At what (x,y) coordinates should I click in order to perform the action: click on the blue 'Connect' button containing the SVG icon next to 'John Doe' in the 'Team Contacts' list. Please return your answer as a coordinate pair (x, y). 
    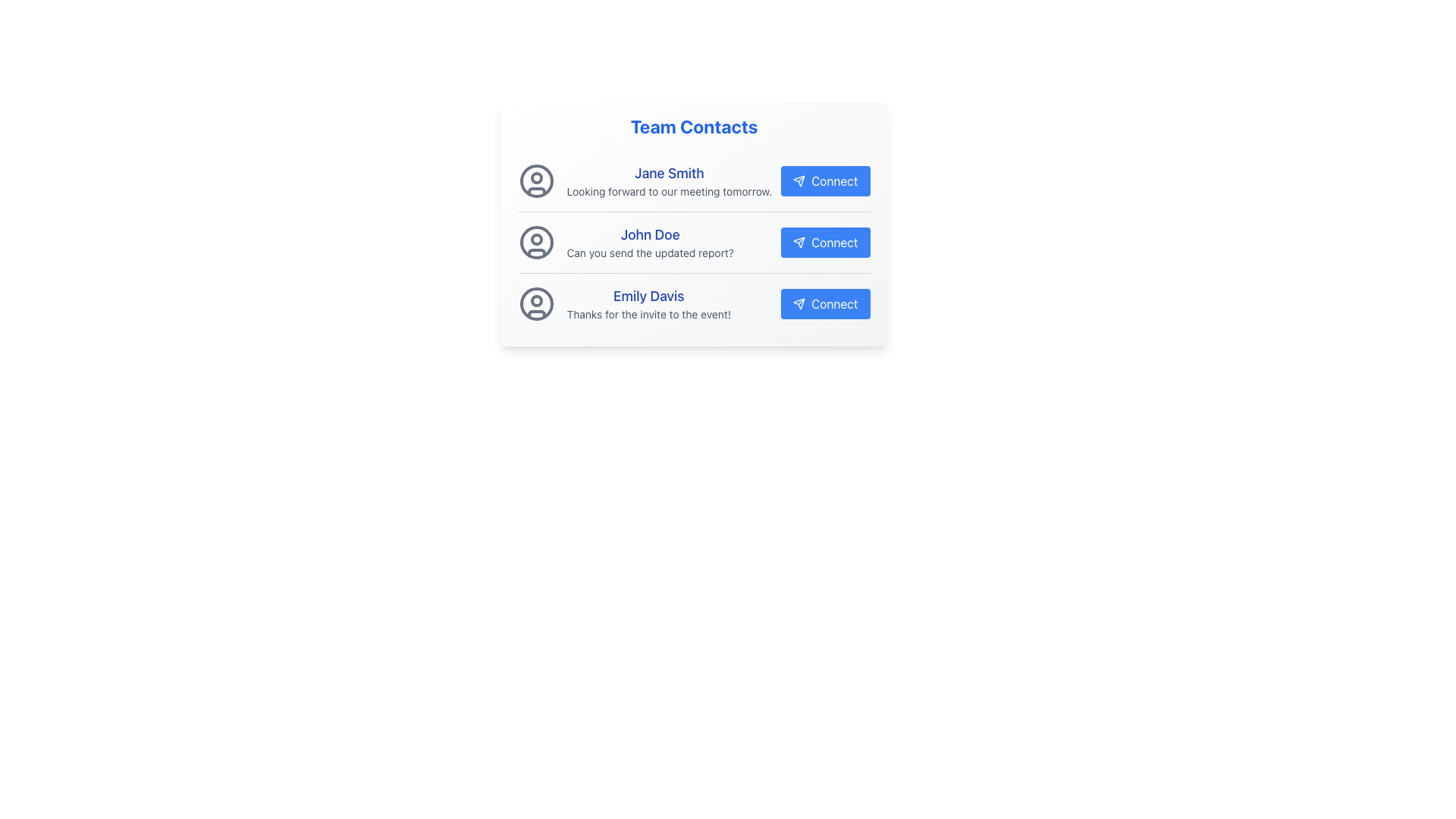
    Looking at the image, I should click on (799, 242).